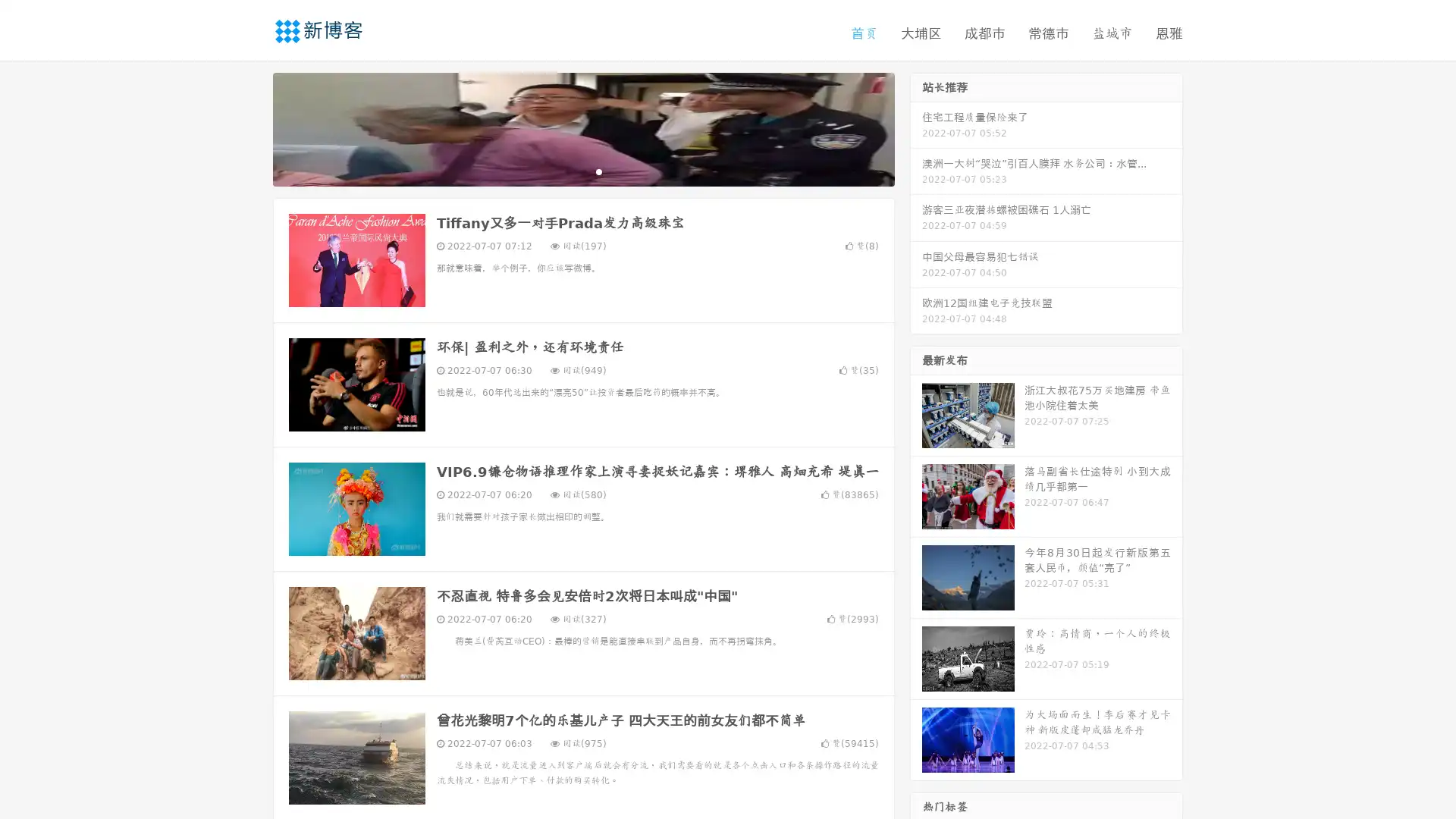  Describe the element at coordinates (250, 127) in the screenshot. I see `Previous slide` at that location.